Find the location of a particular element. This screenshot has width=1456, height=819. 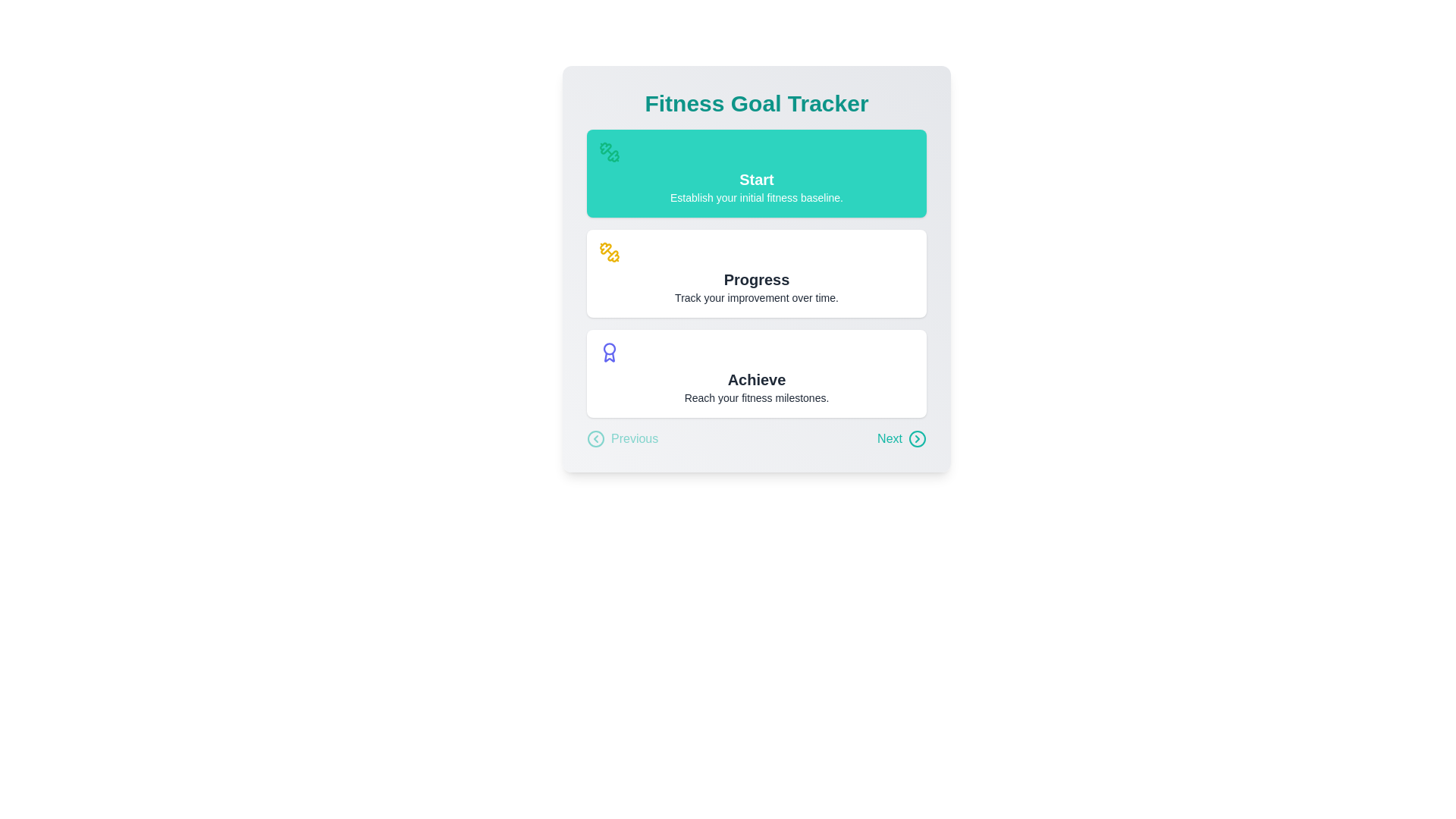

the informational card with a teal background, featuring a bold 'Start' text and a weights icon, which is the top card in the Fitness Goal Tracker section is located at coordinates (757, 172).